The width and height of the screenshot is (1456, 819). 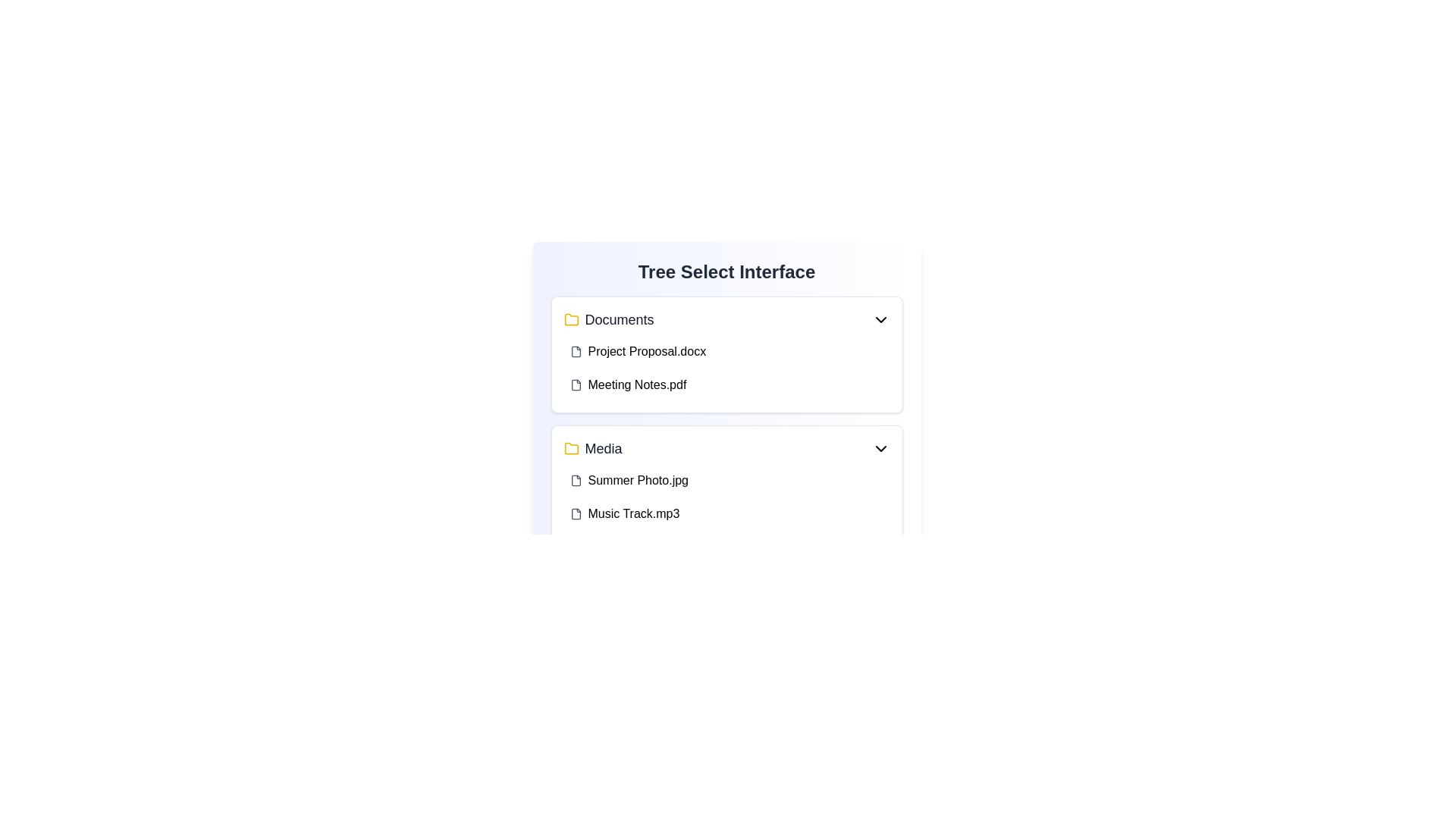 What do you see at coordinates (726, 369) in the screenshot?
I see `the second entry under the 'Documents' section` at bounding box center [726, 369].